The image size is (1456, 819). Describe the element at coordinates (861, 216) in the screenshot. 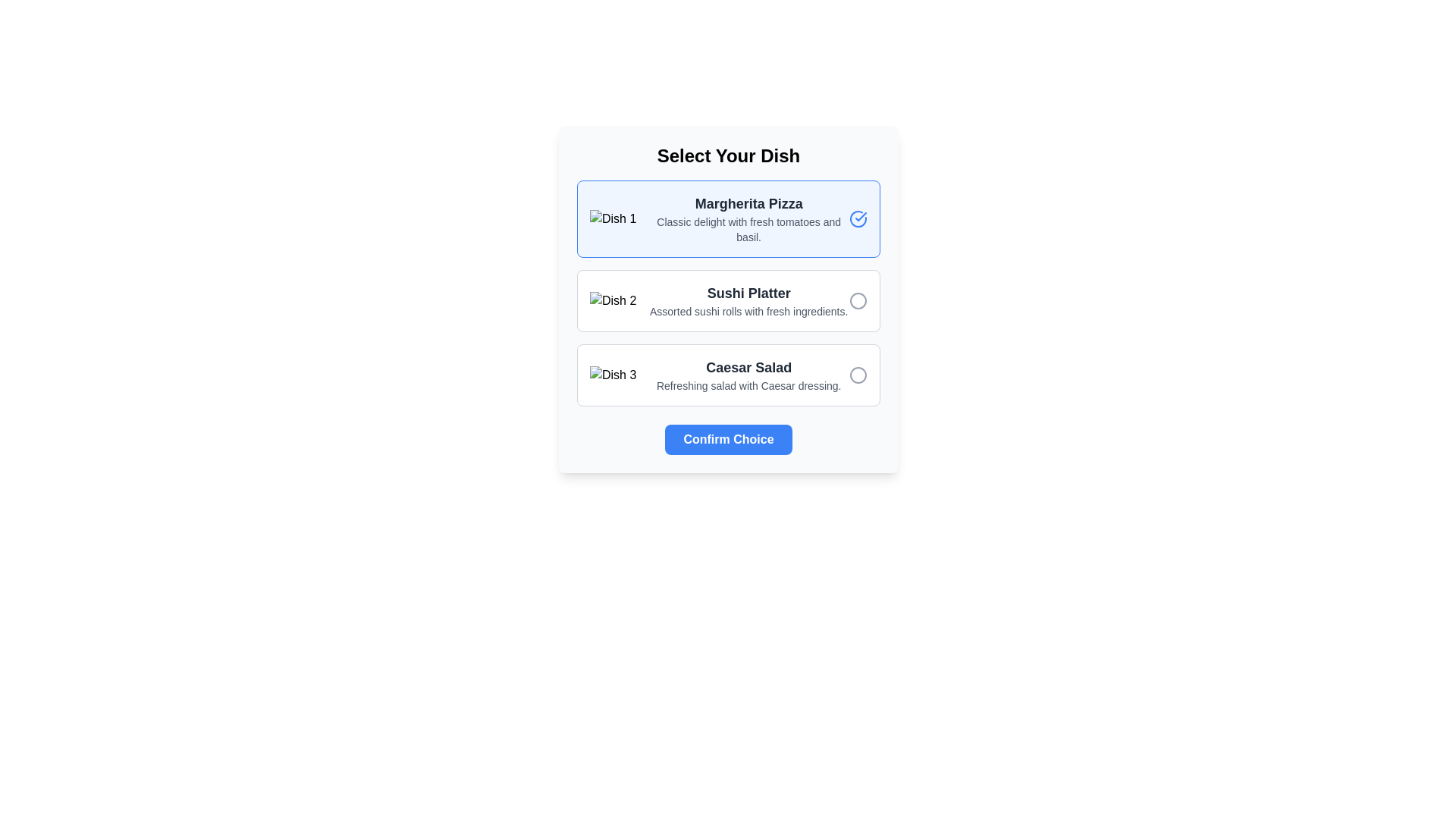

I see `the small blue checkmark icon indicating the selected state of 'Margherita Pizza' located at the top-right corner of the selection card` at that location.